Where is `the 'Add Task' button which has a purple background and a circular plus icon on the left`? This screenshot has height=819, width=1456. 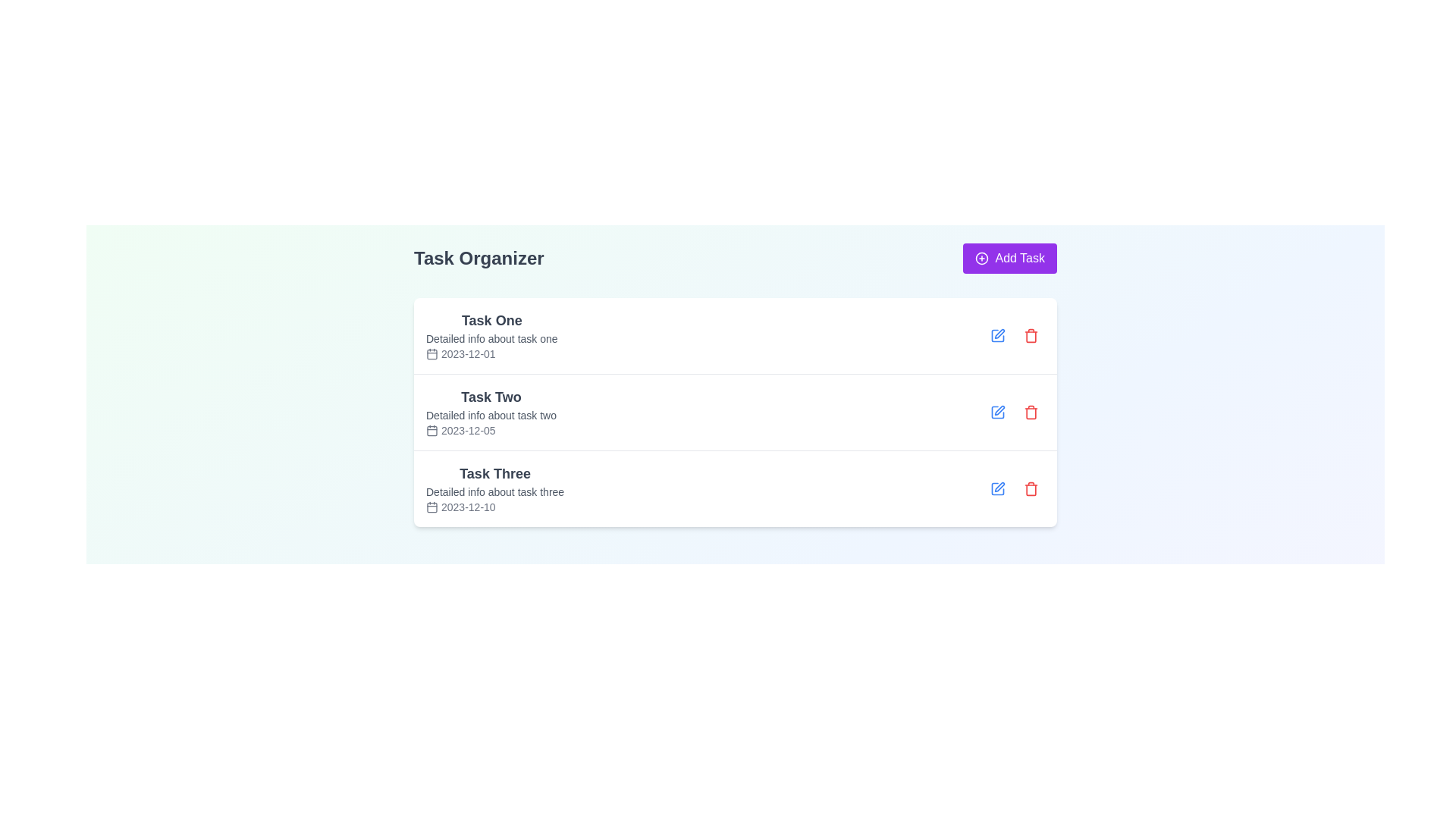
the 'Add Task' button which has a purple background and a circular plus icon on the left is located at coordinates (1010, 257).